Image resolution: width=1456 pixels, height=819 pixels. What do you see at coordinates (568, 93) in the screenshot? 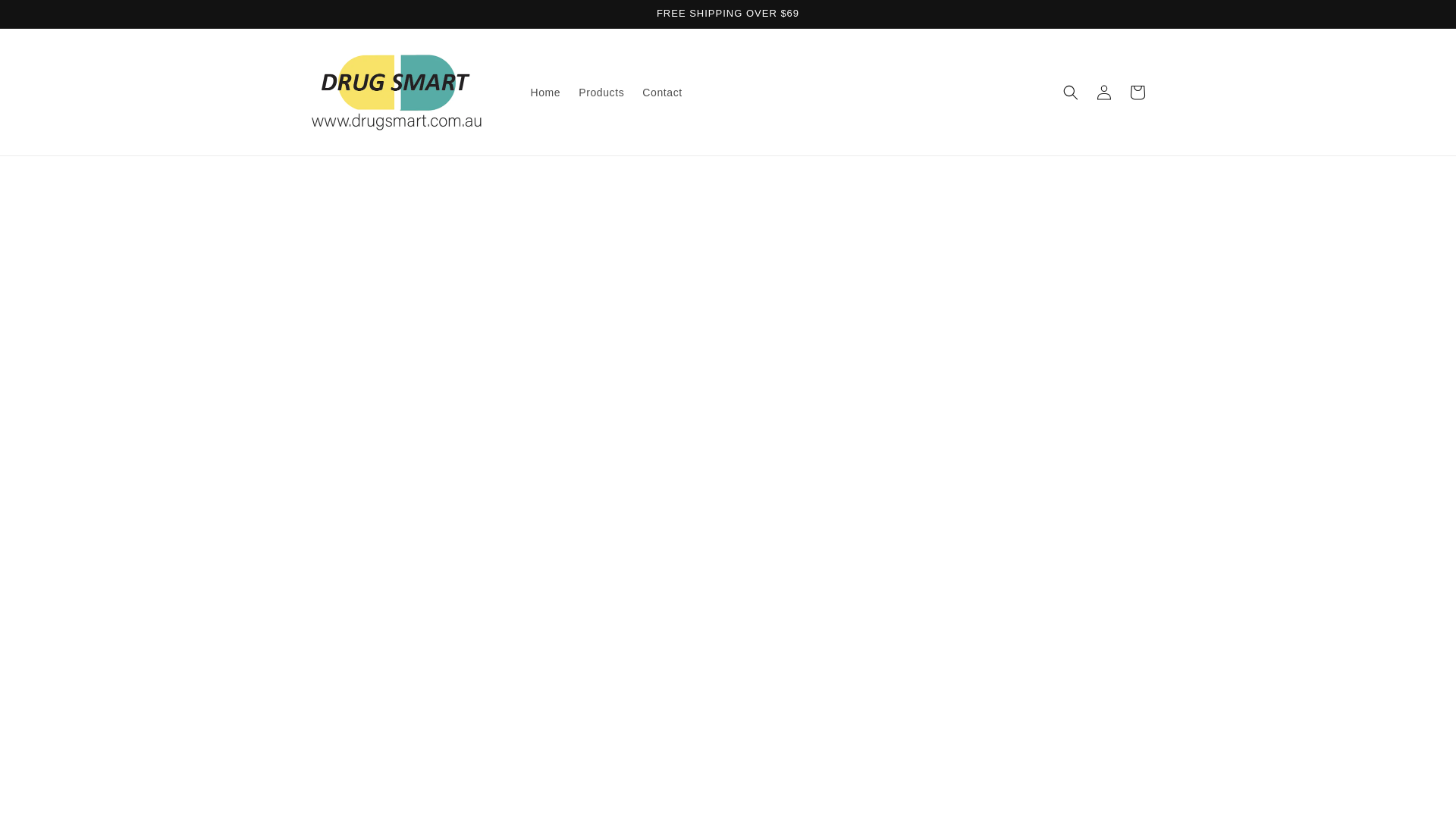
I see `'Products'` at bounding box center [568, 93].